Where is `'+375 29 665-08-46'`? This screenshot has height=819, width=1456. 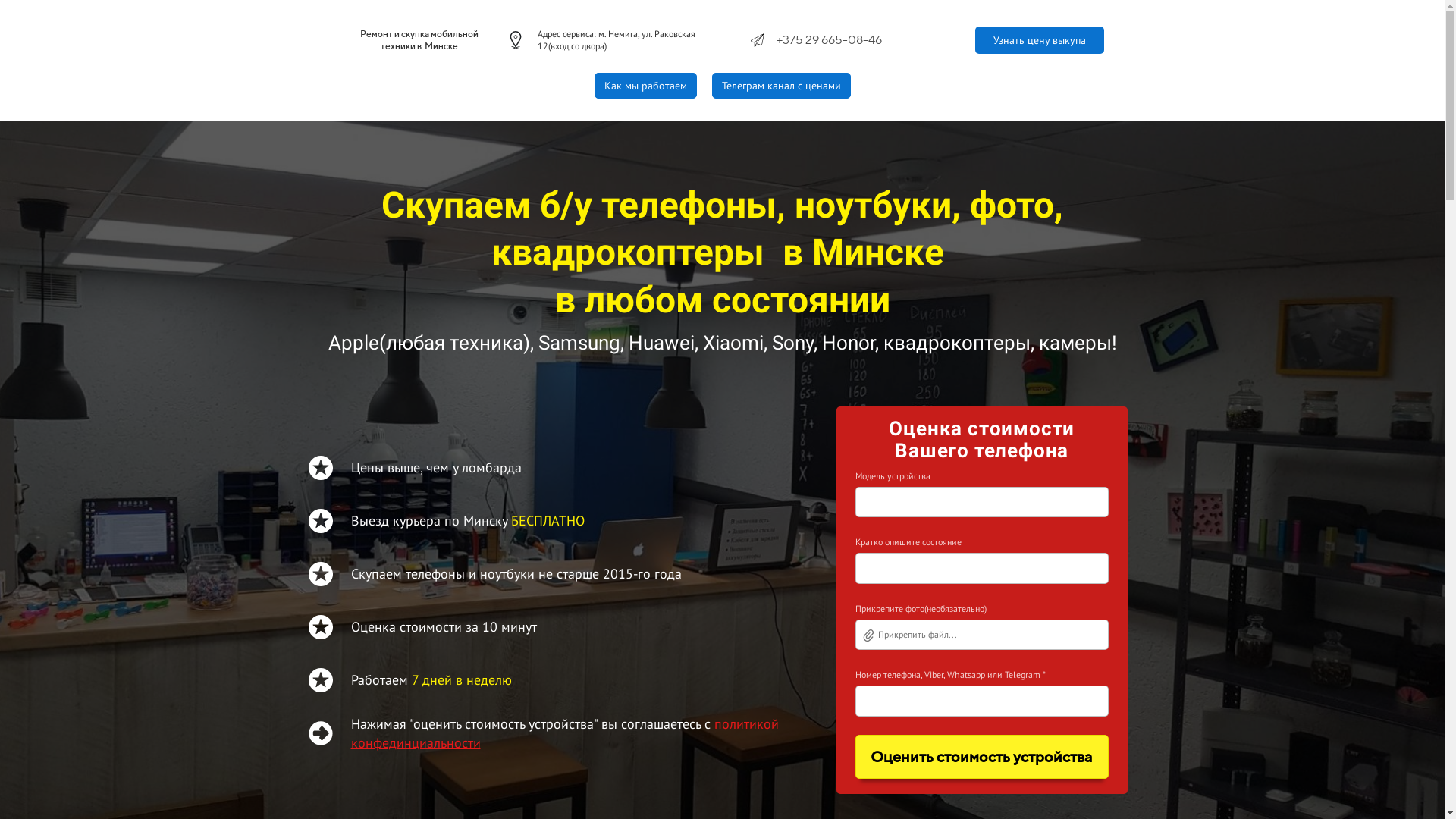
'+375 29 665-08-46' is located at coordinates (828, 39).